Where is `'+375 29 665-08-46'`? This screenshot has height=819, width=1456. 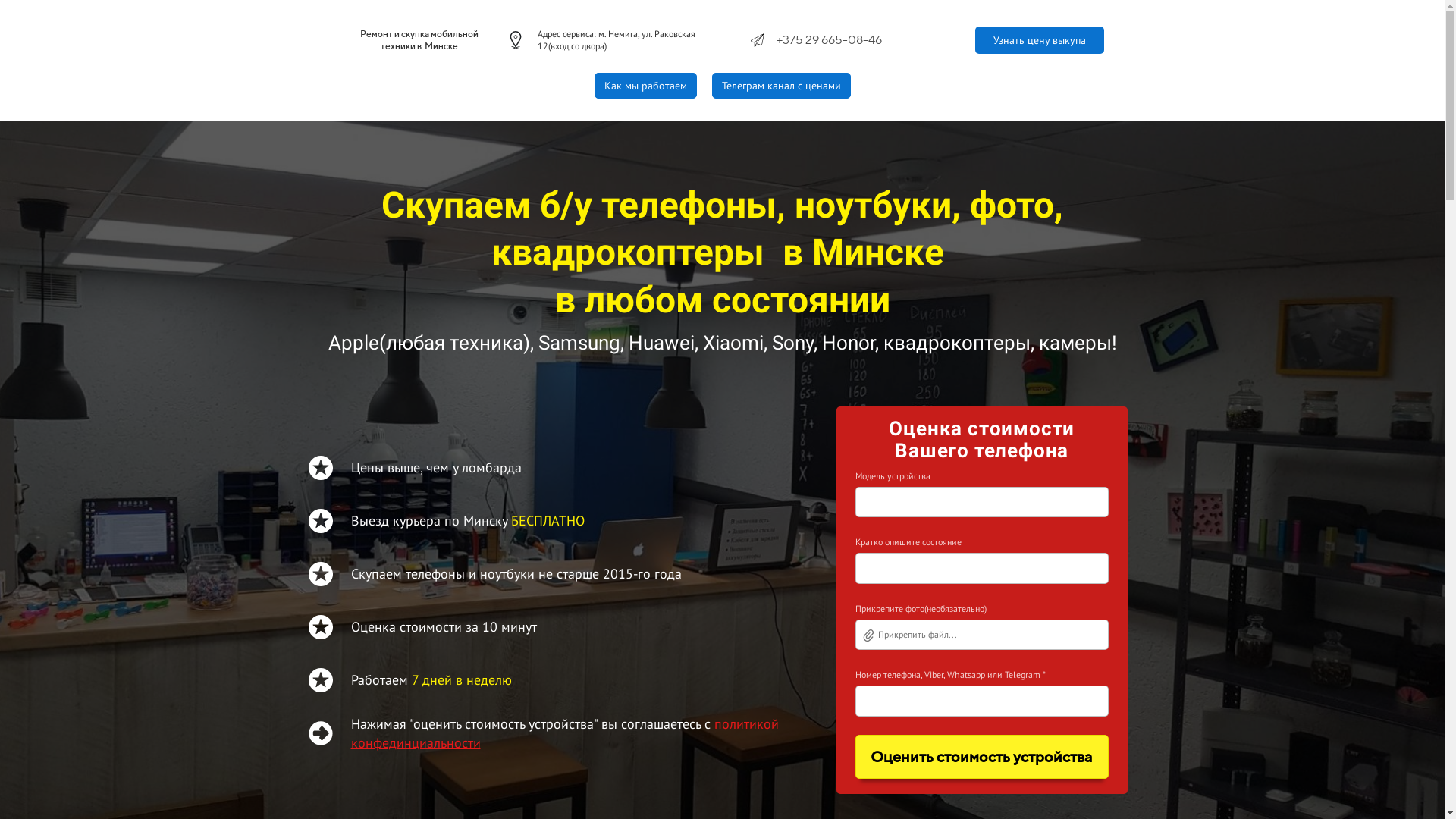
'+375 29 665-08-46' is located at coordinates (828, 39).